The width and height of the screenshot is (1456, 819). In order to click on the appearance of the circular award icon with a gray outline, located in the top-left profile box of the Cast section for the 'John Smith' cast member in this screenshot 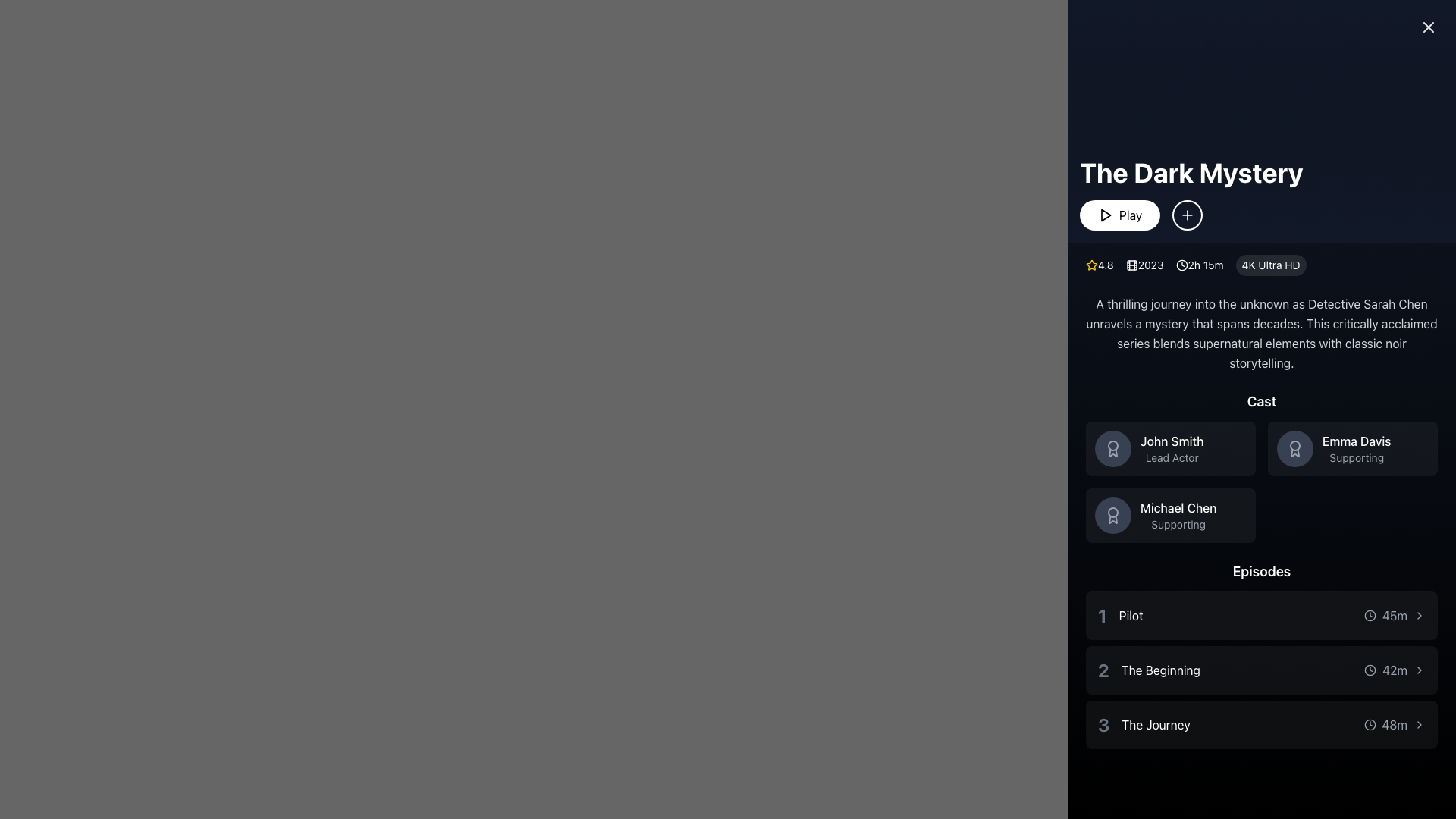, I will do `click(1113, 447)`.